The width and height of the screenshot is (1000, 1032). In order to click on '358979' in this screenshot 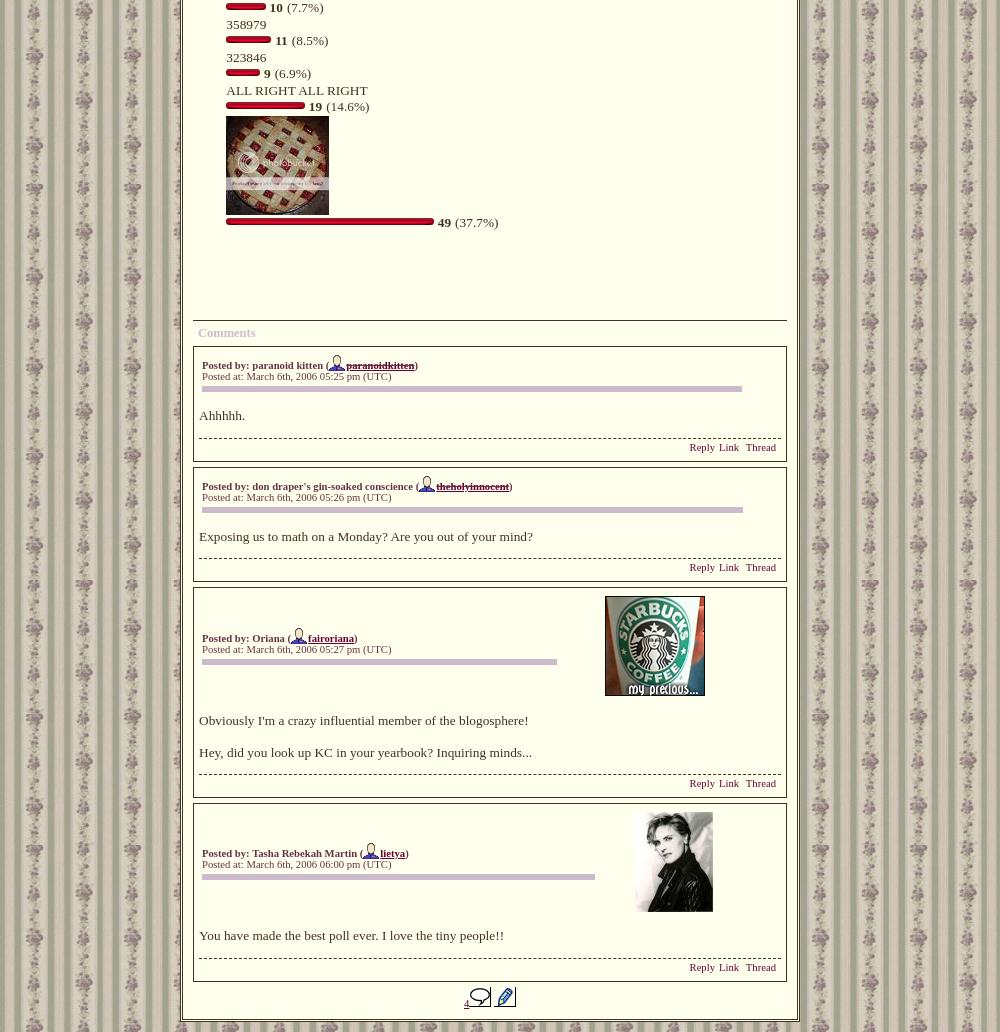, I will do `click(245, 23)`.